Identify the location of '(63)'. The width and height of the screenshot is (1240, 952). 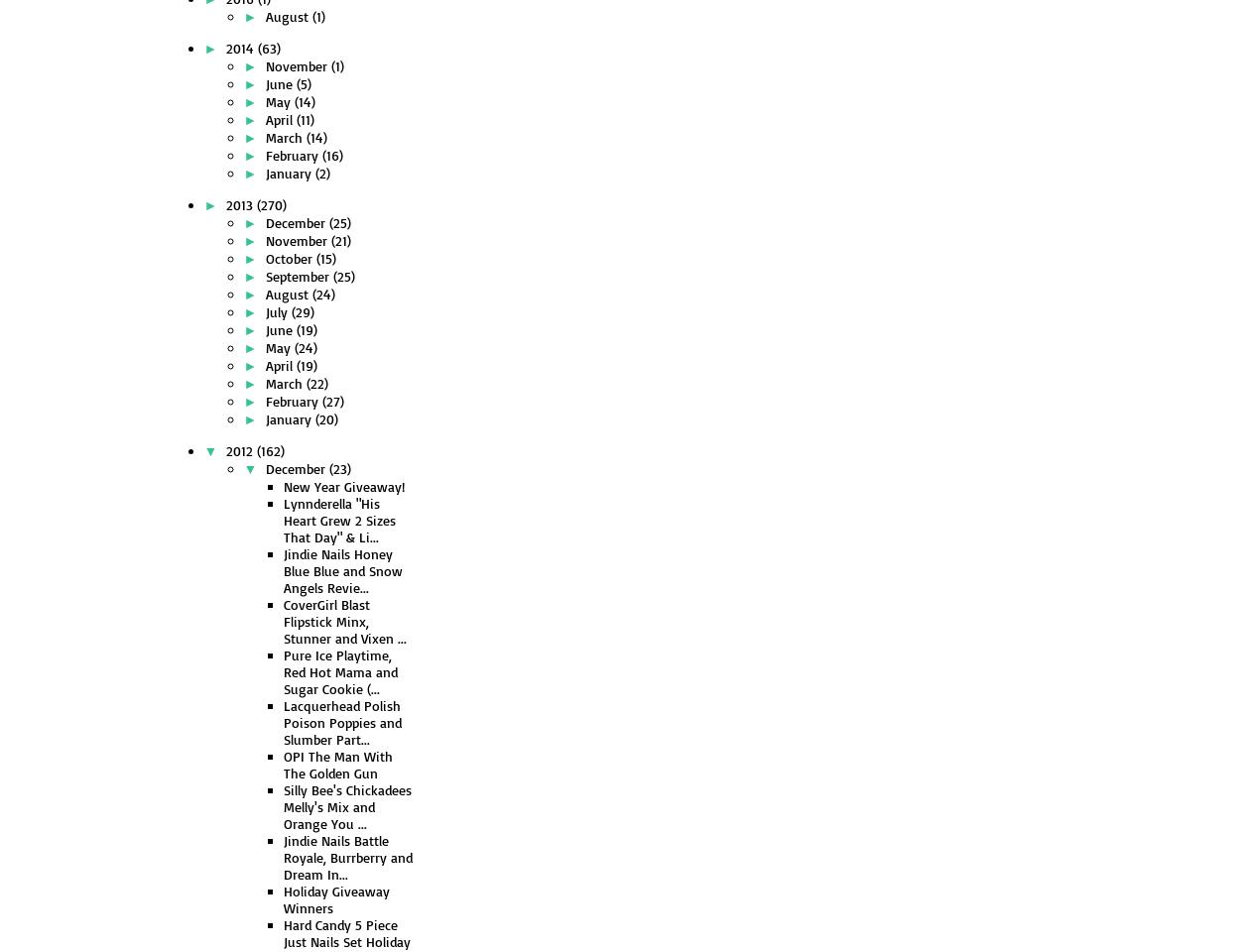
(269, 47).